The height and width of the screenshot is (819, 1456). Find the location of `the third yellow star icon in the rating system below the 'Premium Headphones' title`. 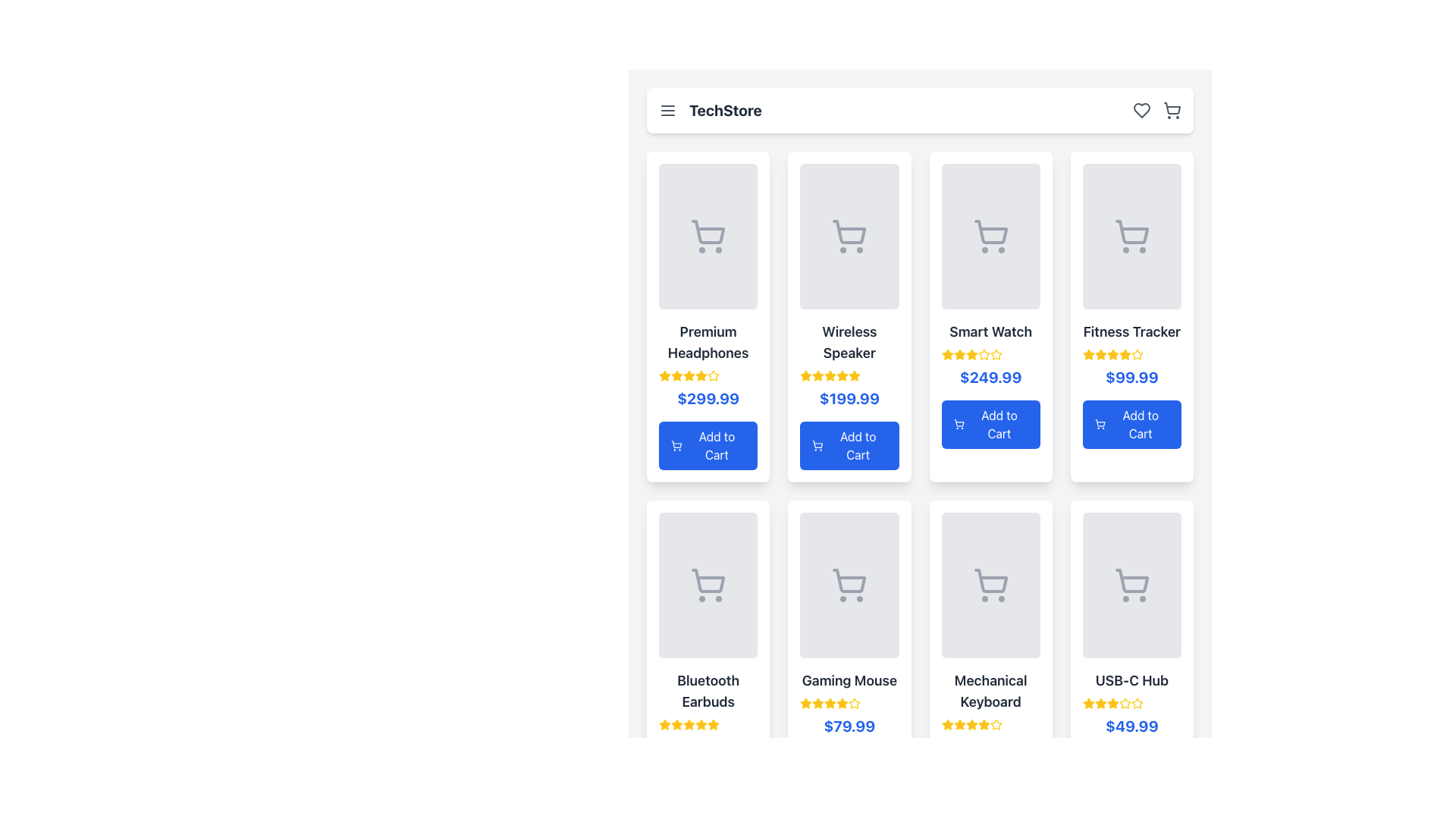

the third yellow star icon in the rating system below the 'Premium Headphones' title is located at coordinates (676, 375).